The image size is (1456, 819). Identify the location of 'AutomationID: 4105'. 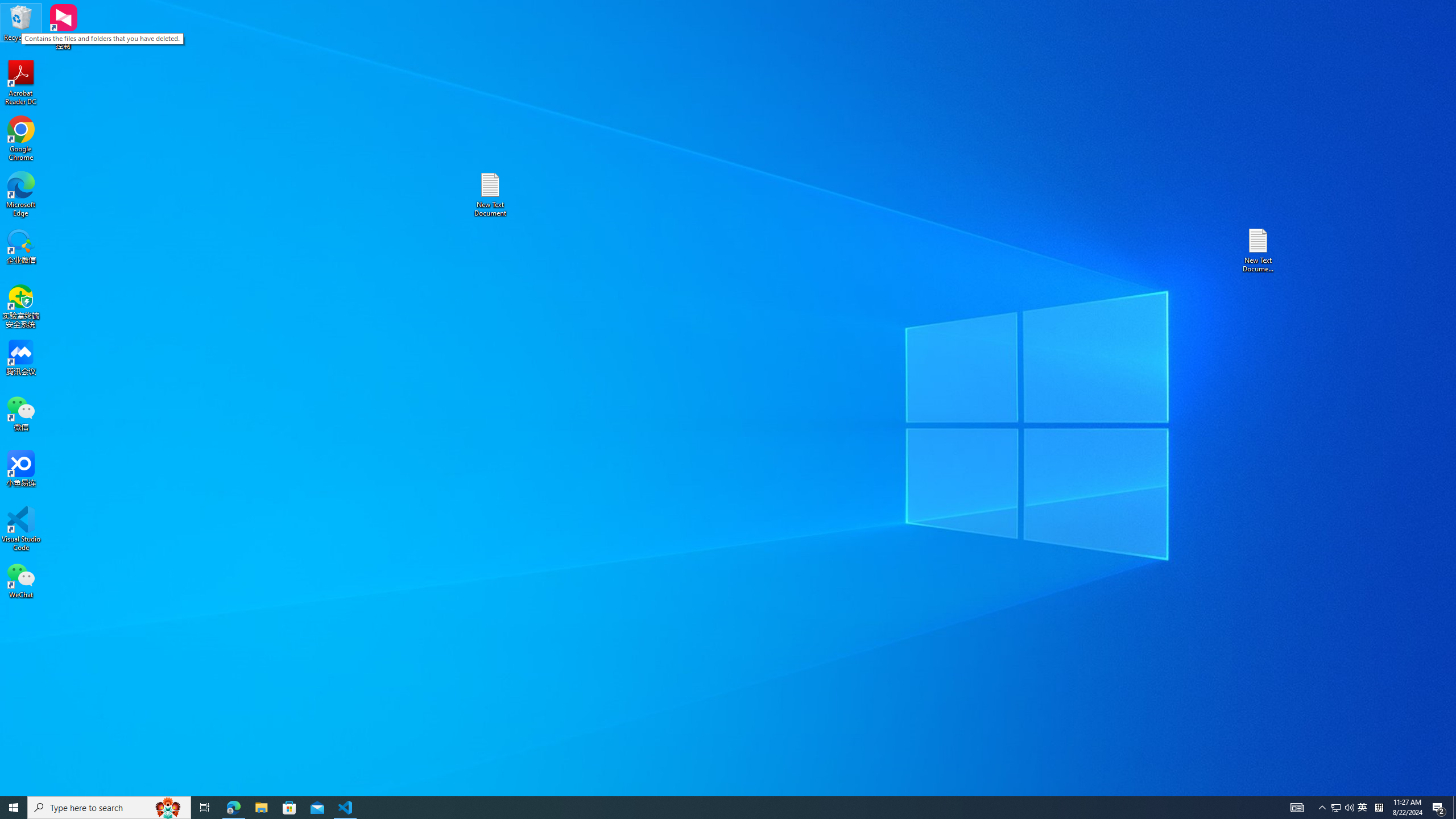
(1296, 806).